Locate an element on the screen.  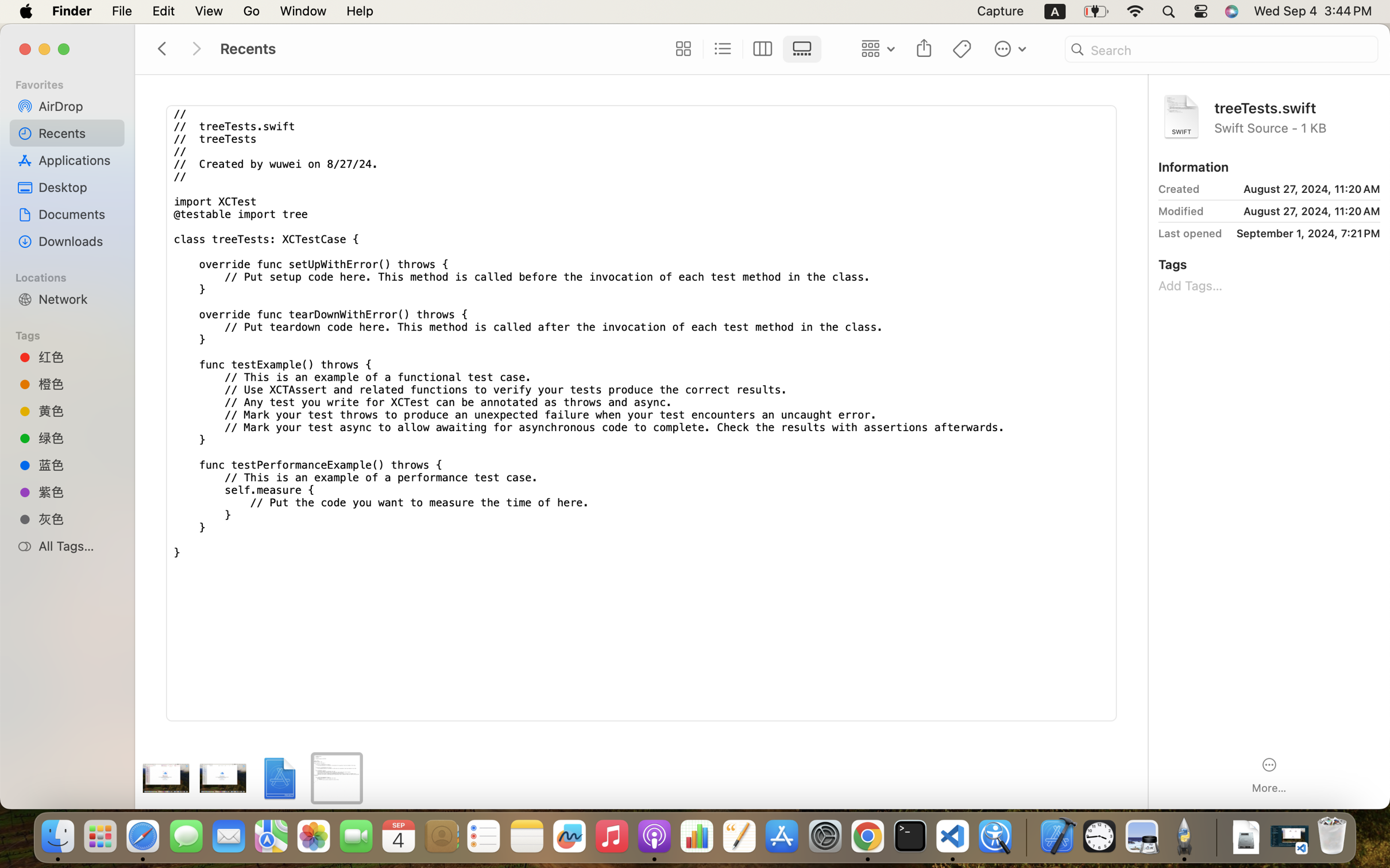
'Locations' is located at coordinates (72, 276).